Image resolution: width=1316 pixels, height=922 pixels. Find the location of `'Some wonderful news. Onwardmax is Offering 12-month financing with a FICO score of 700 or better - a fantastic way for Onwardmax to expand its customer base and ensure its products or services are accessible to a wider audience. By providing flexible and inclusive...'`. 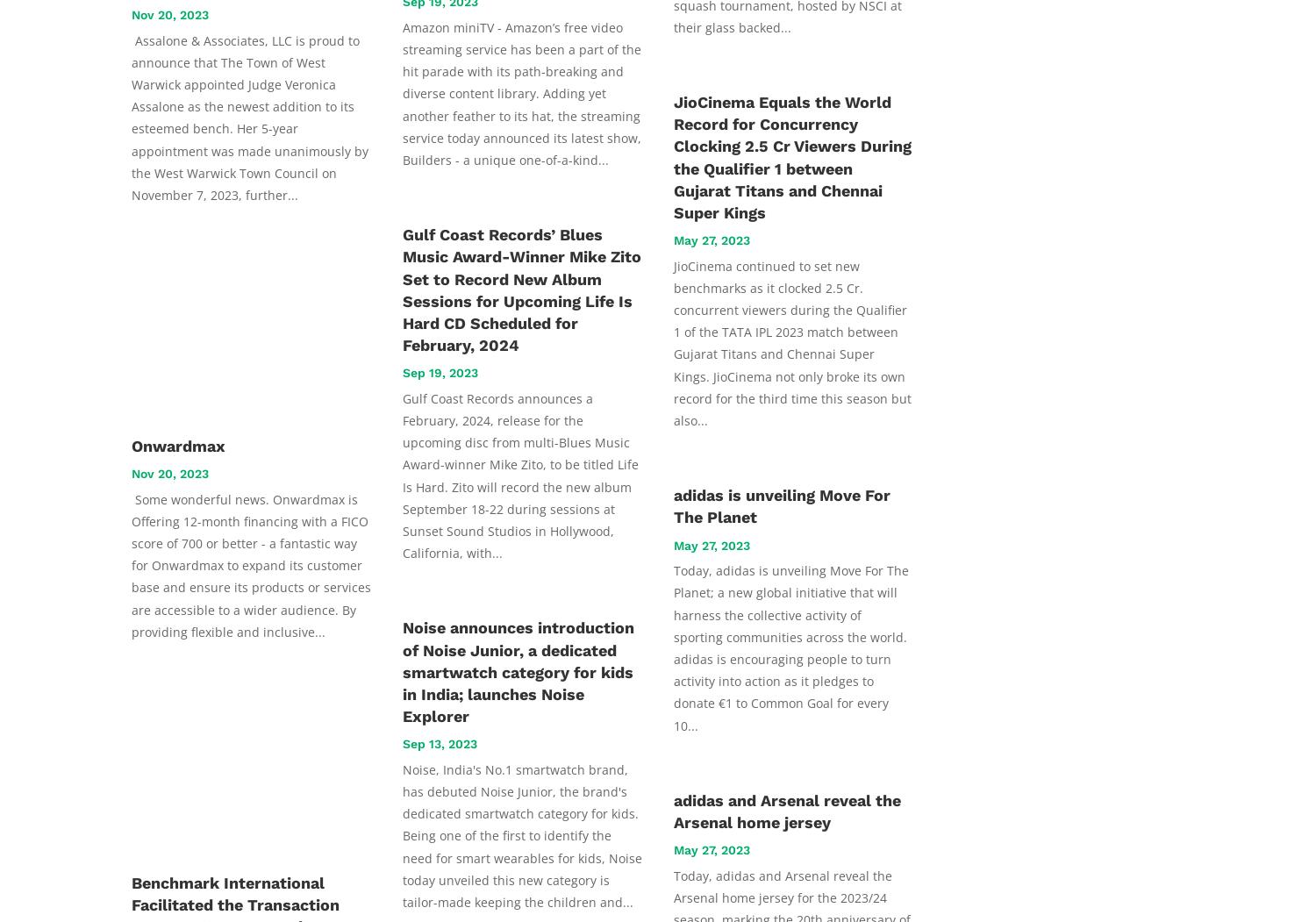

'Some wonderful news. Onwardmax is Offering 12-month financing with a FICO score of 700 or better - a fantastic way for Onwardmax to expand its customer base and ensure its products or services are accessible to a wider audience. By providing flexible and inclusive...' is located at coordinates (251, 563).